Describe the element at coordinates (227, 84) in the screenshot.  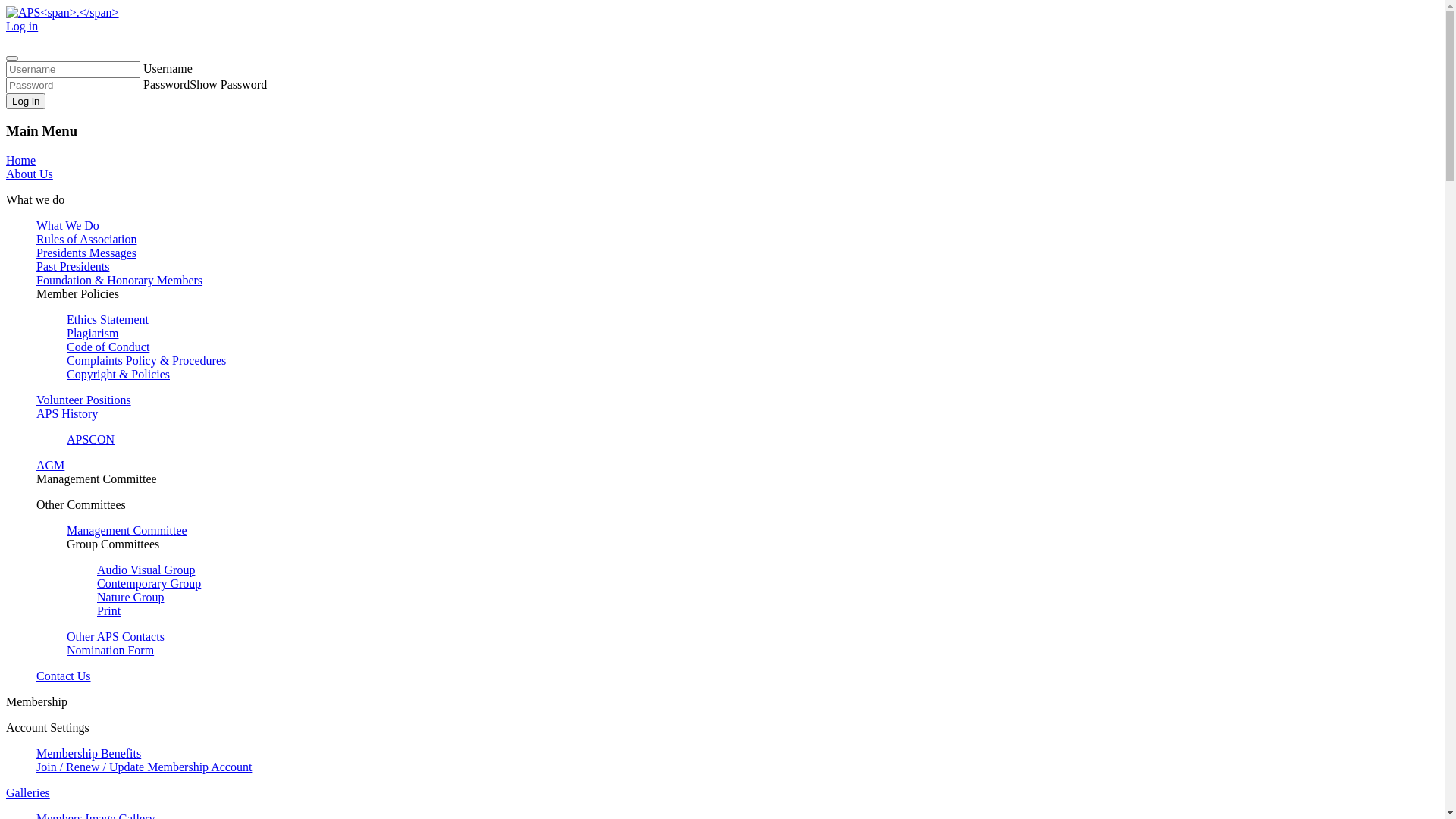
I see `'Show Password'` at that location.